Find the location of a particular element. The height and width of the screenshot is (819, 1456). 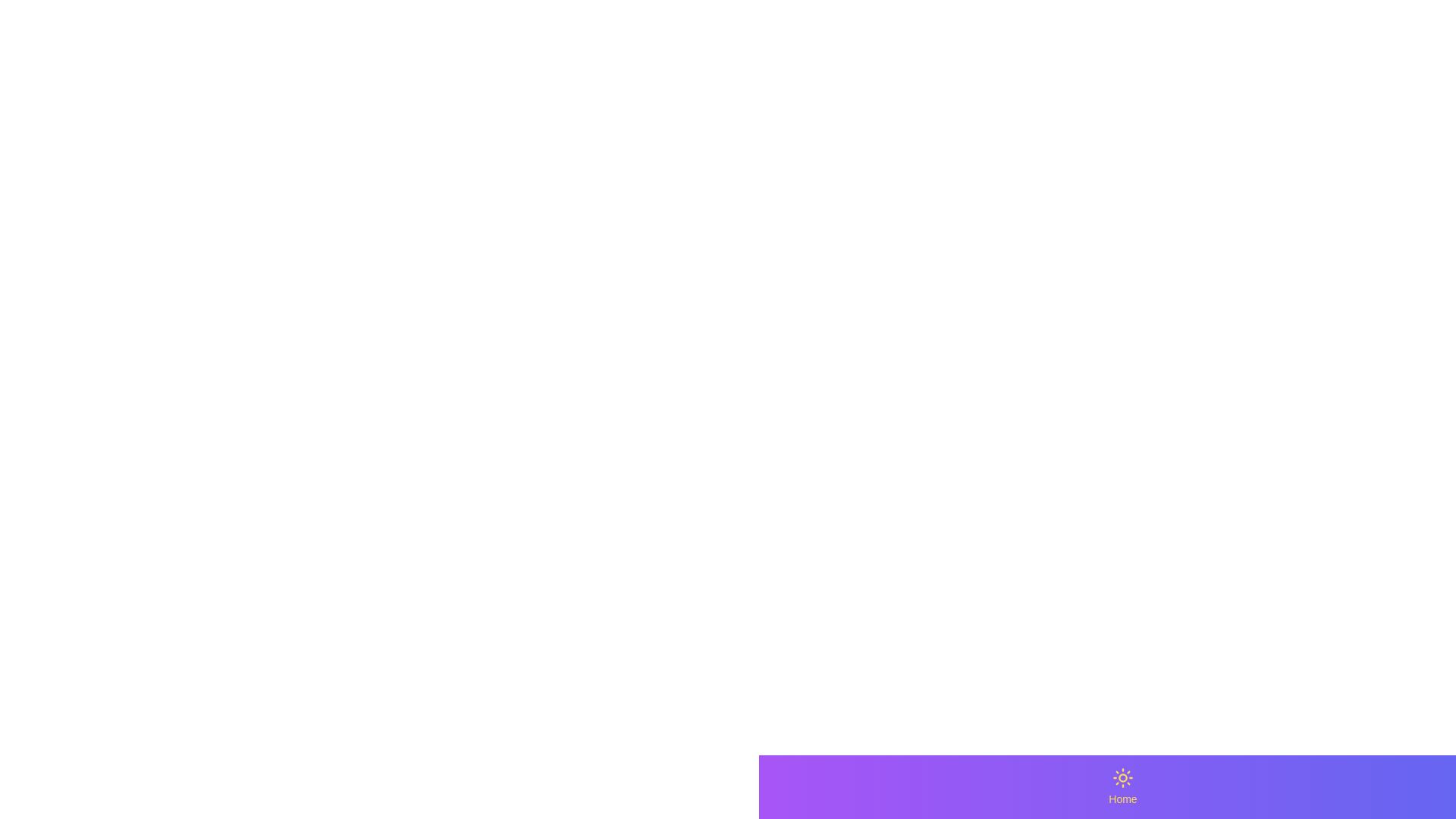

the tab labeled Home to observe its visual change is located at coordinates (1123, 786).